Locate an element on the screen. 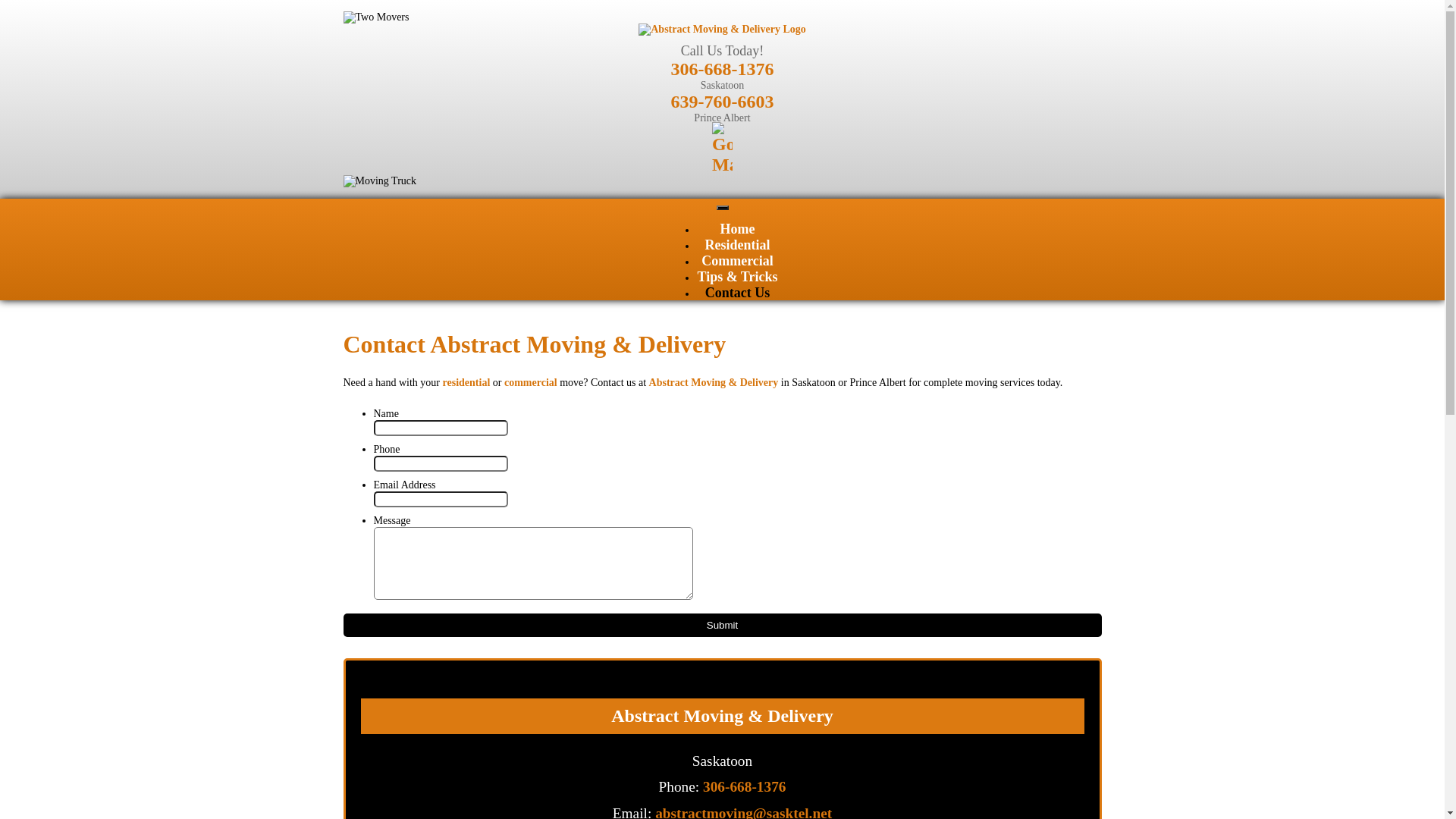 The image size is (1456, 819). 'Home' is located at coordinates (738, 228).